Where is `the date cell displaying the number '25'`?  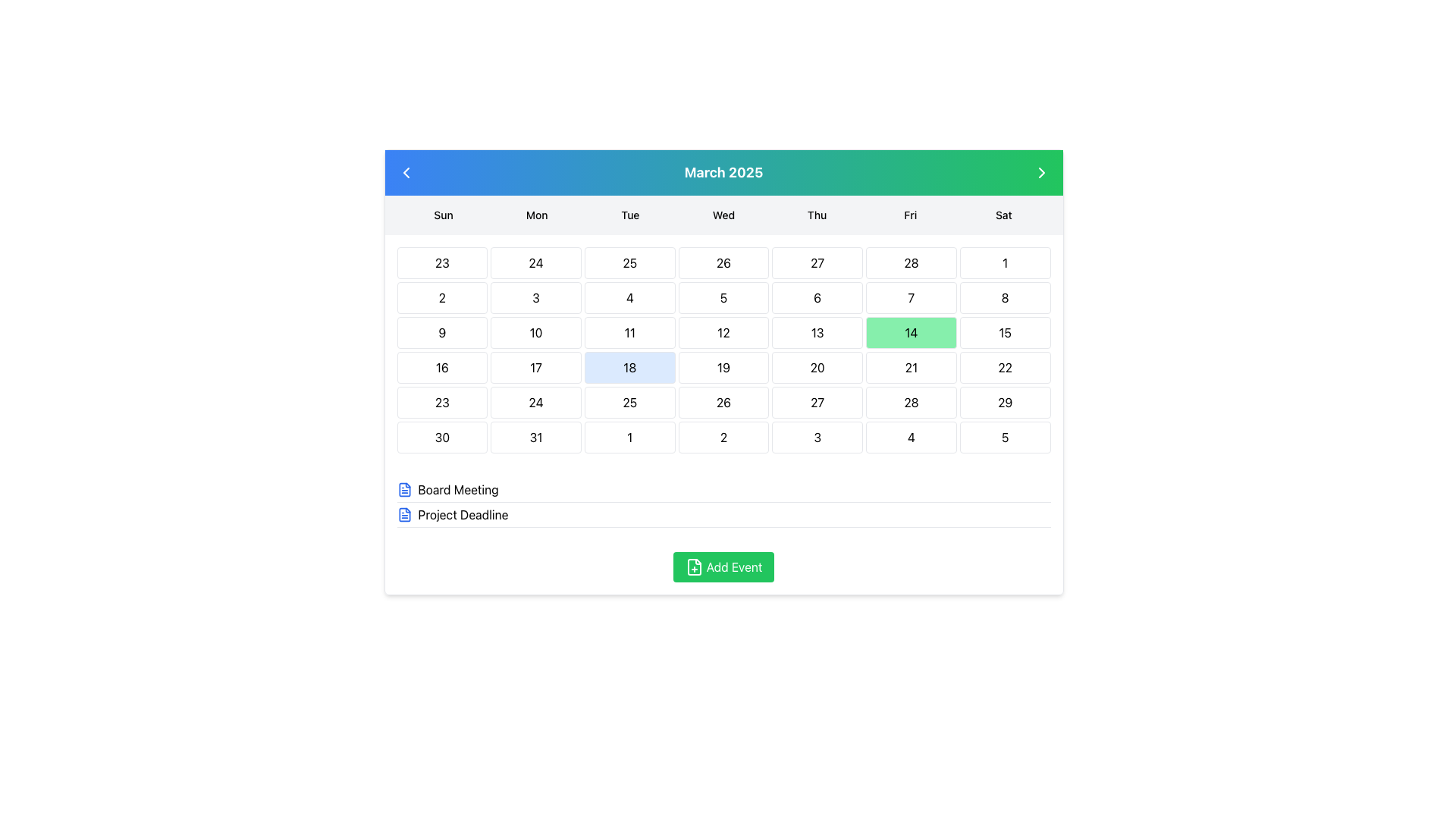
the date cell displaying the number '25' is located at coordinates (629, 262).